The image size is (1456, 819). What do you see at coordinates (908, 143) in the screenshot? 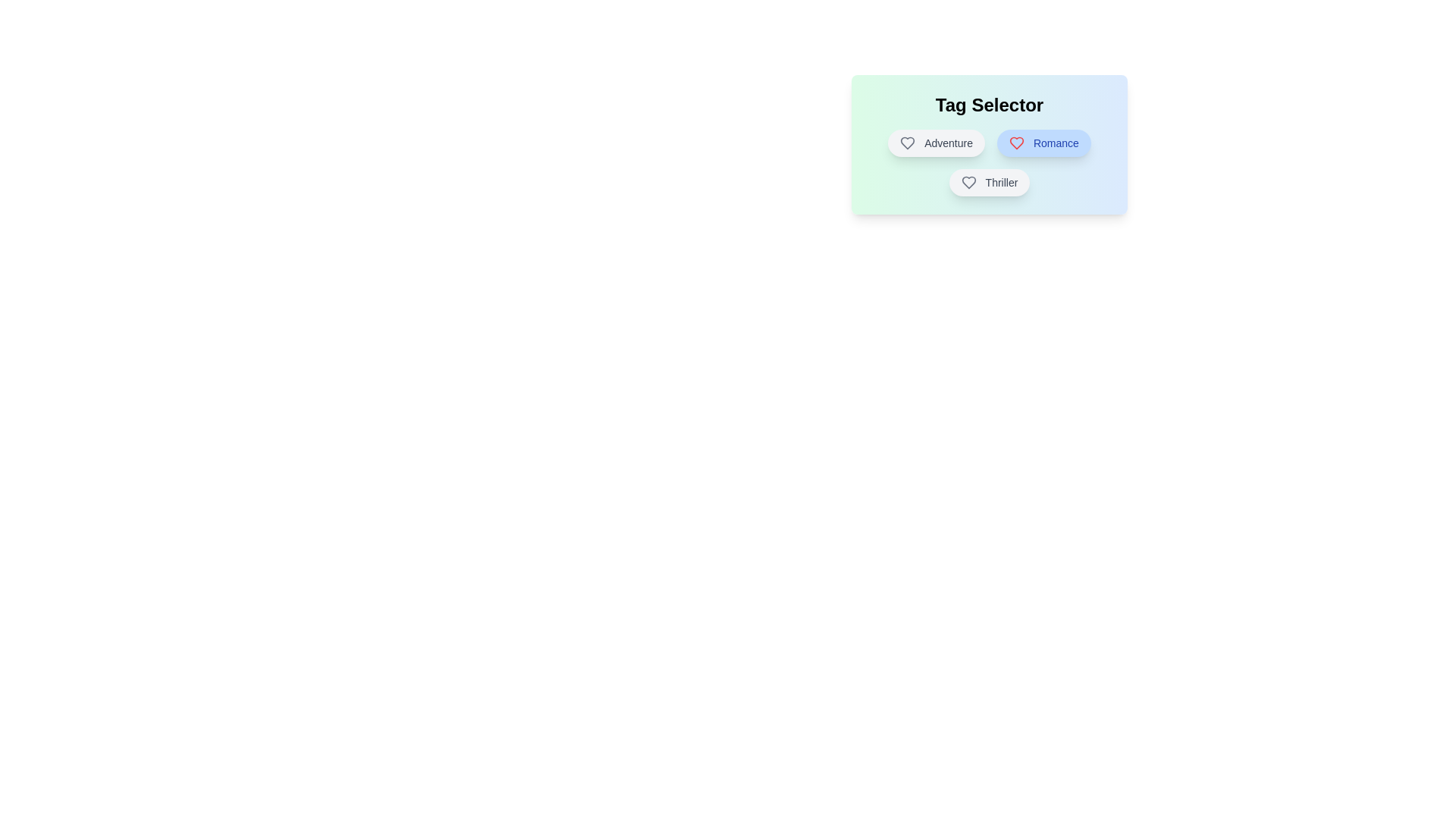
I see `the Heart icon associated with the tag Adventure` at bounding box center [908, 143].